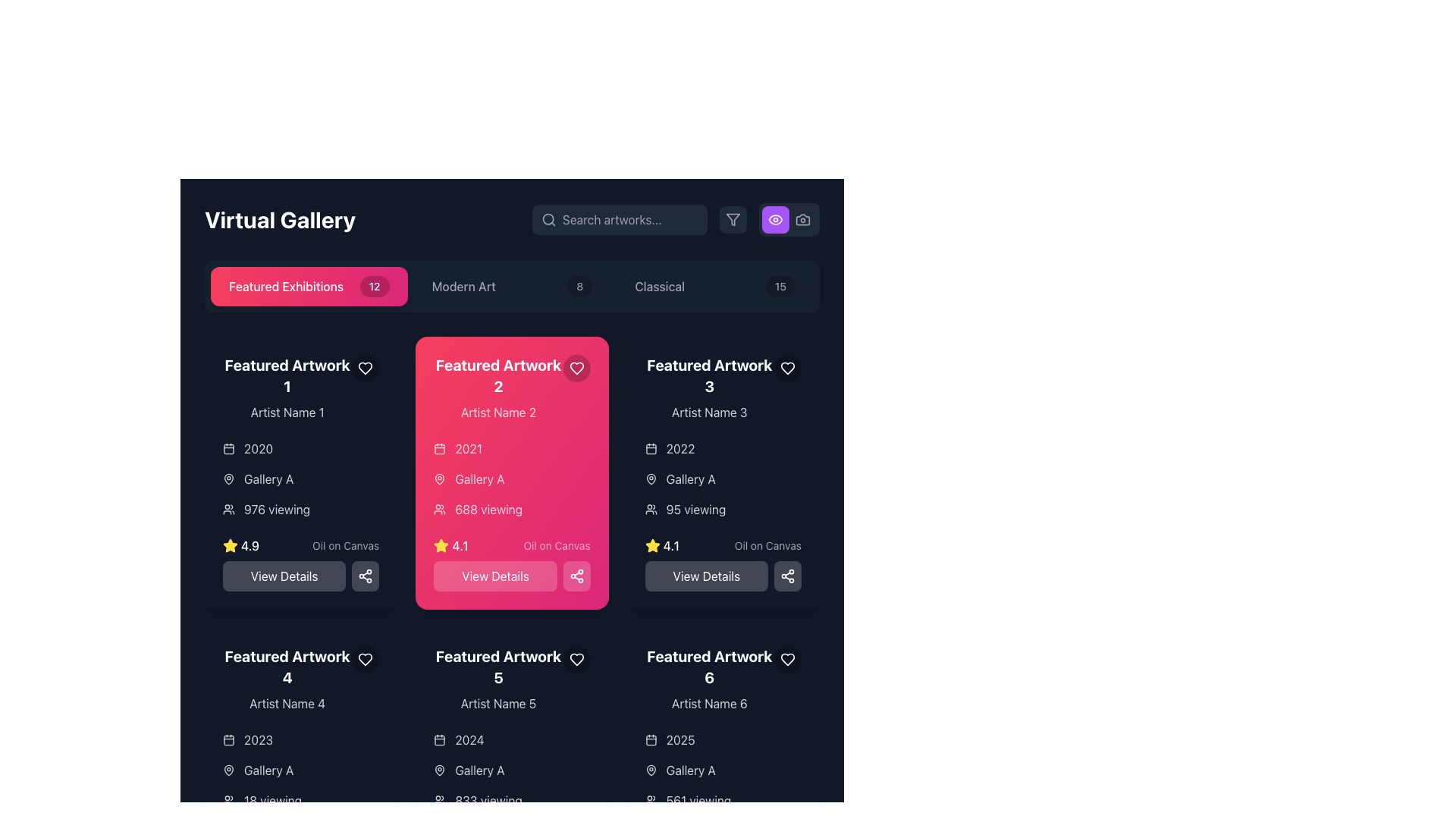 The width and height of the screenshot is (1456, 819). I want to click on the small location pin icon positioned directly to the left of the text 'Gallery A.' This icon has a circular base tapering into a pointed tip and is styled in a clean, minimal design, so click(439, 770).